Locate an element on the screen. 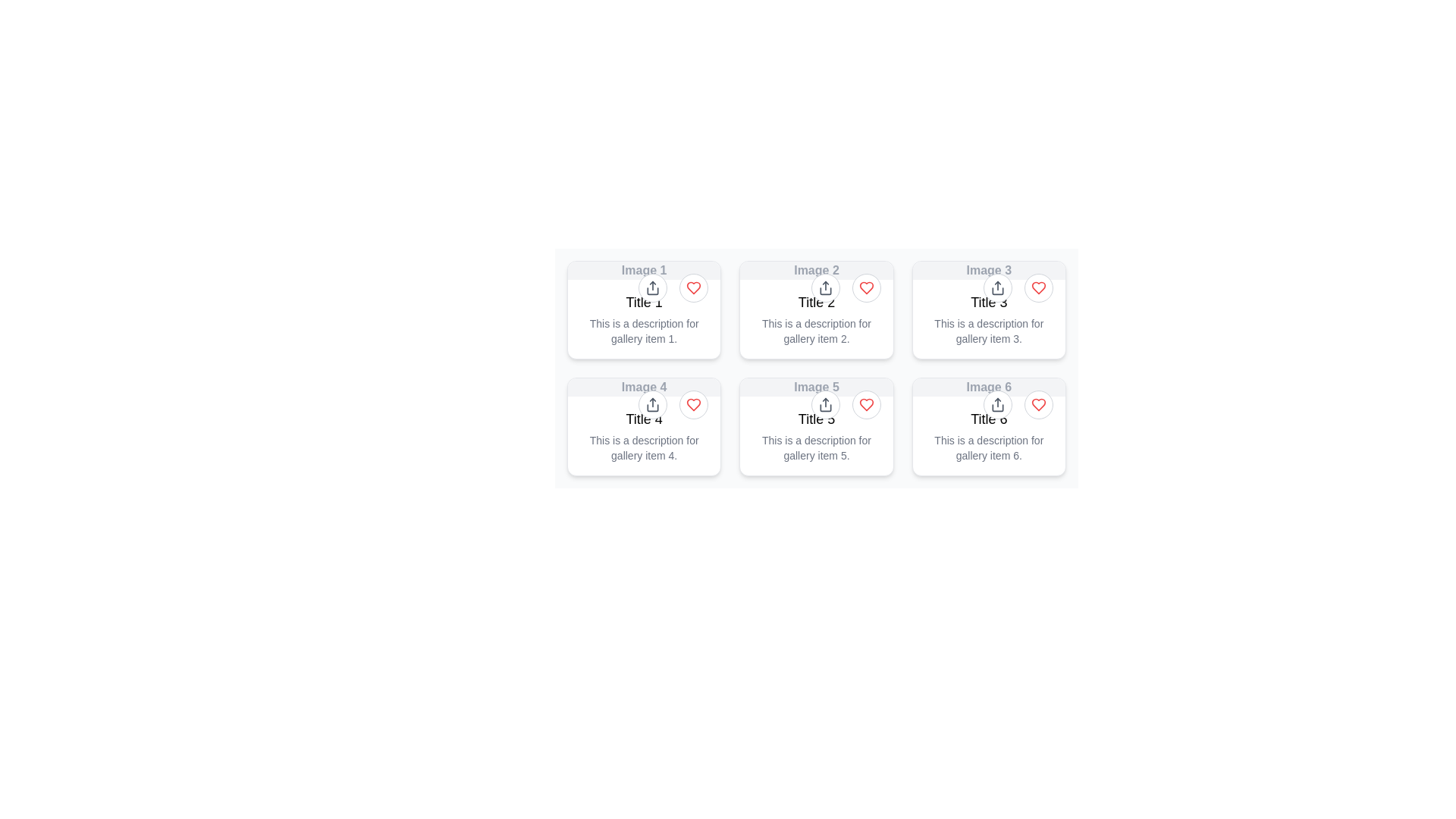  the heart icon located in the gallery card for 'Image 5 Title 5' is located at coordinates (866, 403).